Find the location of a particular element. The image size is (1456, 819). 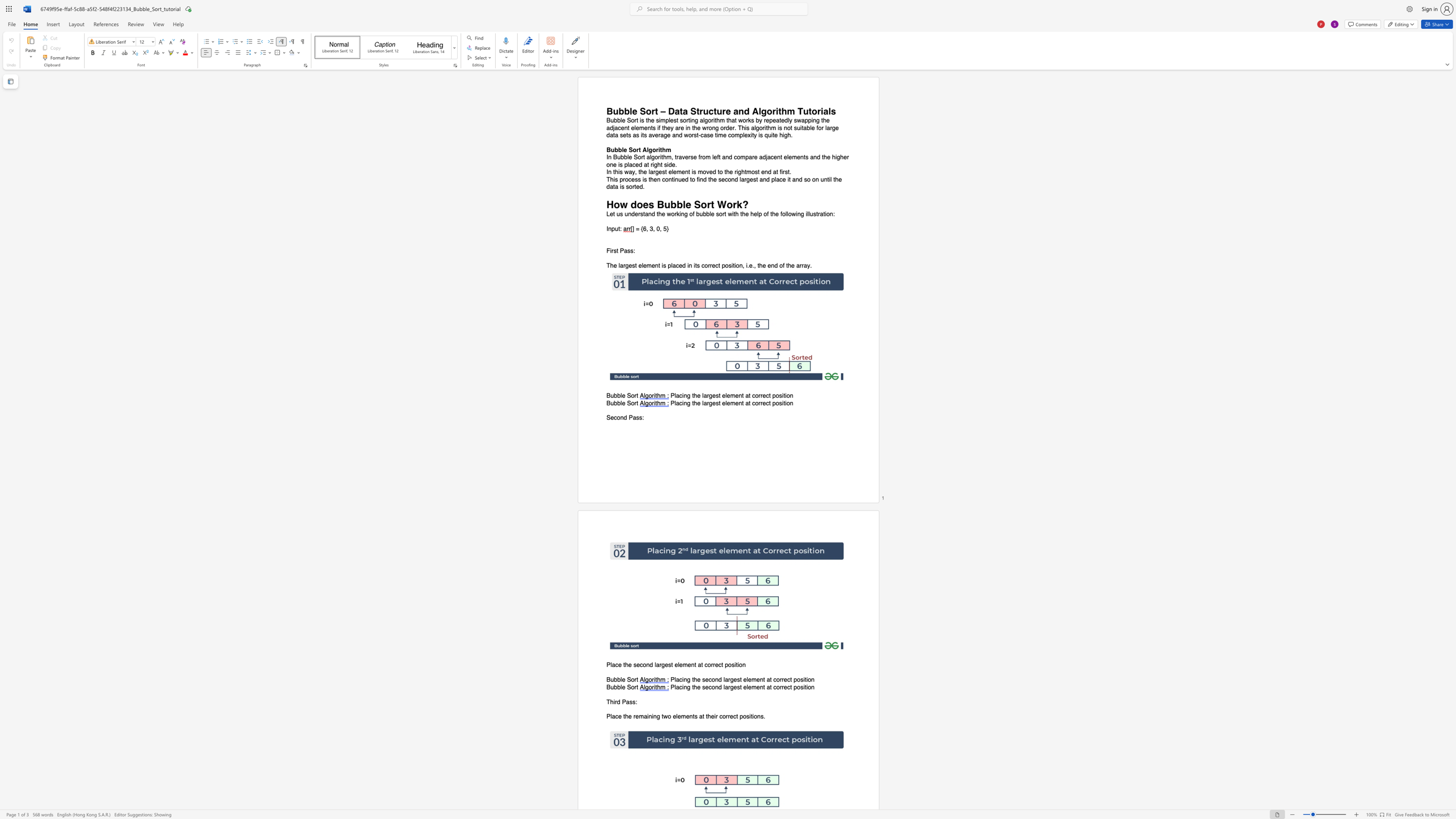

the 1th character "r" in the text is located at coordinates (635, 680).